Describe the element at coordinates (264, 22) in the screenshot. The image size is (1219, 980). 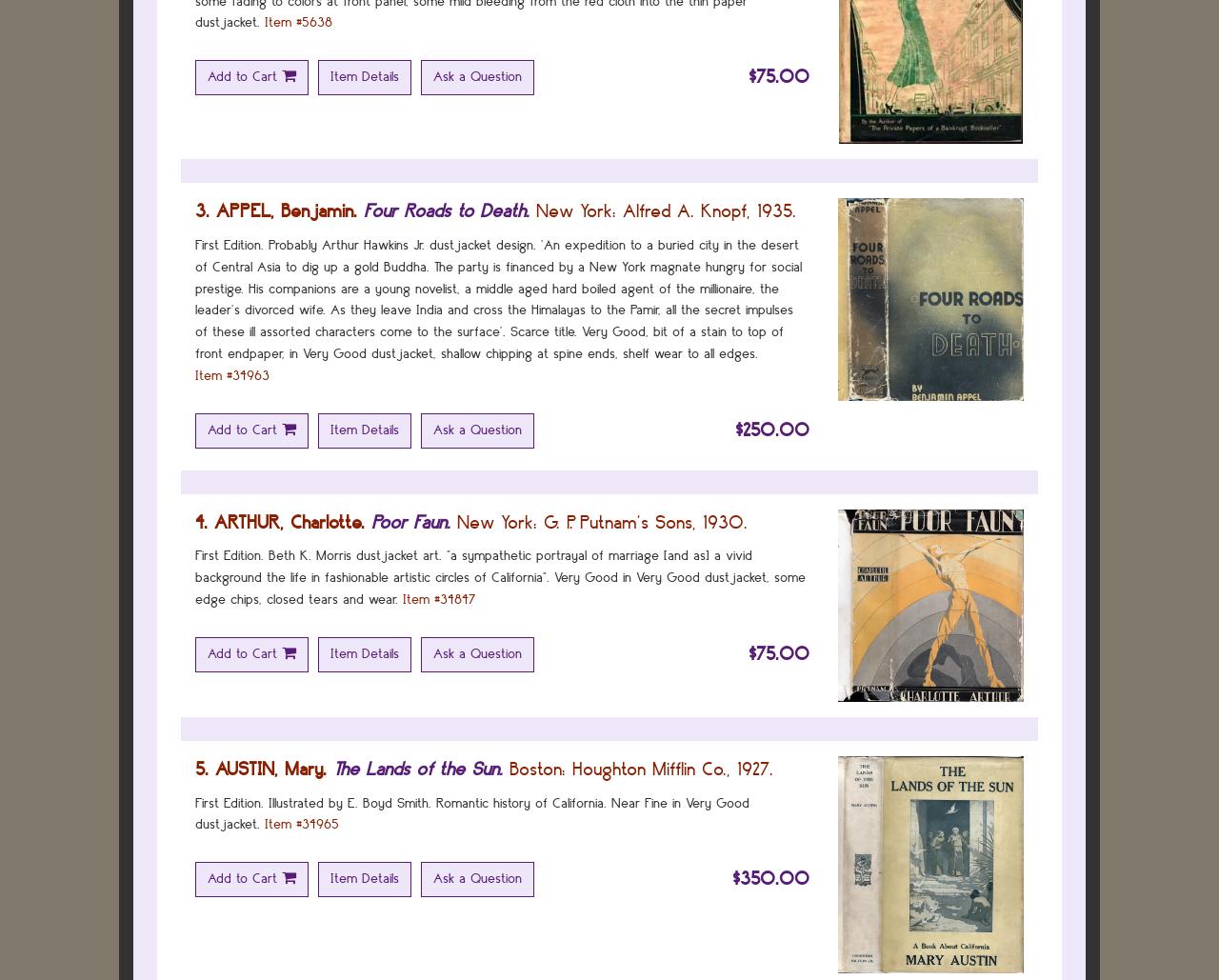
I see `'Item #5638'` at that location.